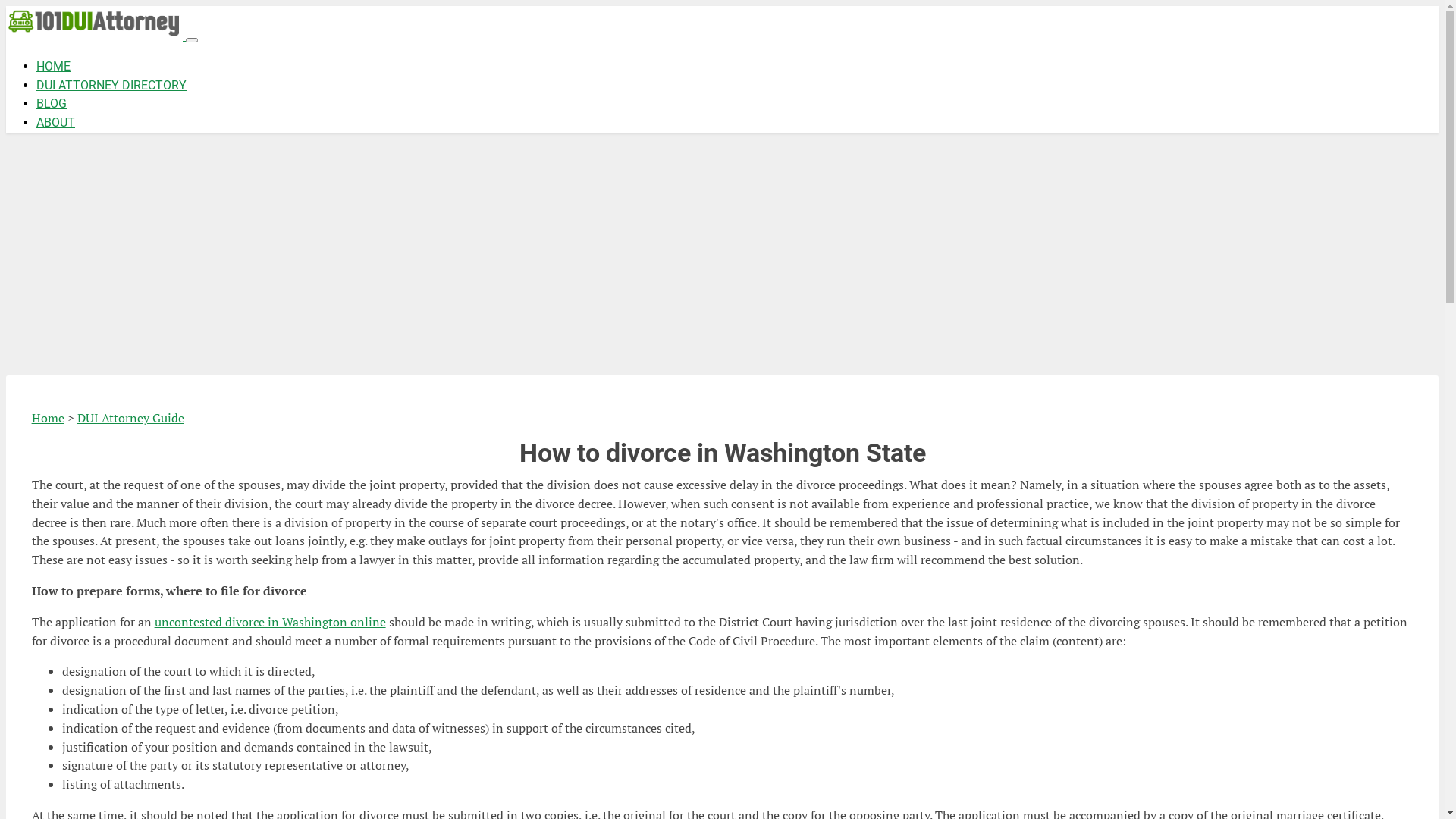 This screenshot has height=819, width=1456. Describe the element at coordinates (51, 102) in the screenshot. I see `'BLOG'` at that location.